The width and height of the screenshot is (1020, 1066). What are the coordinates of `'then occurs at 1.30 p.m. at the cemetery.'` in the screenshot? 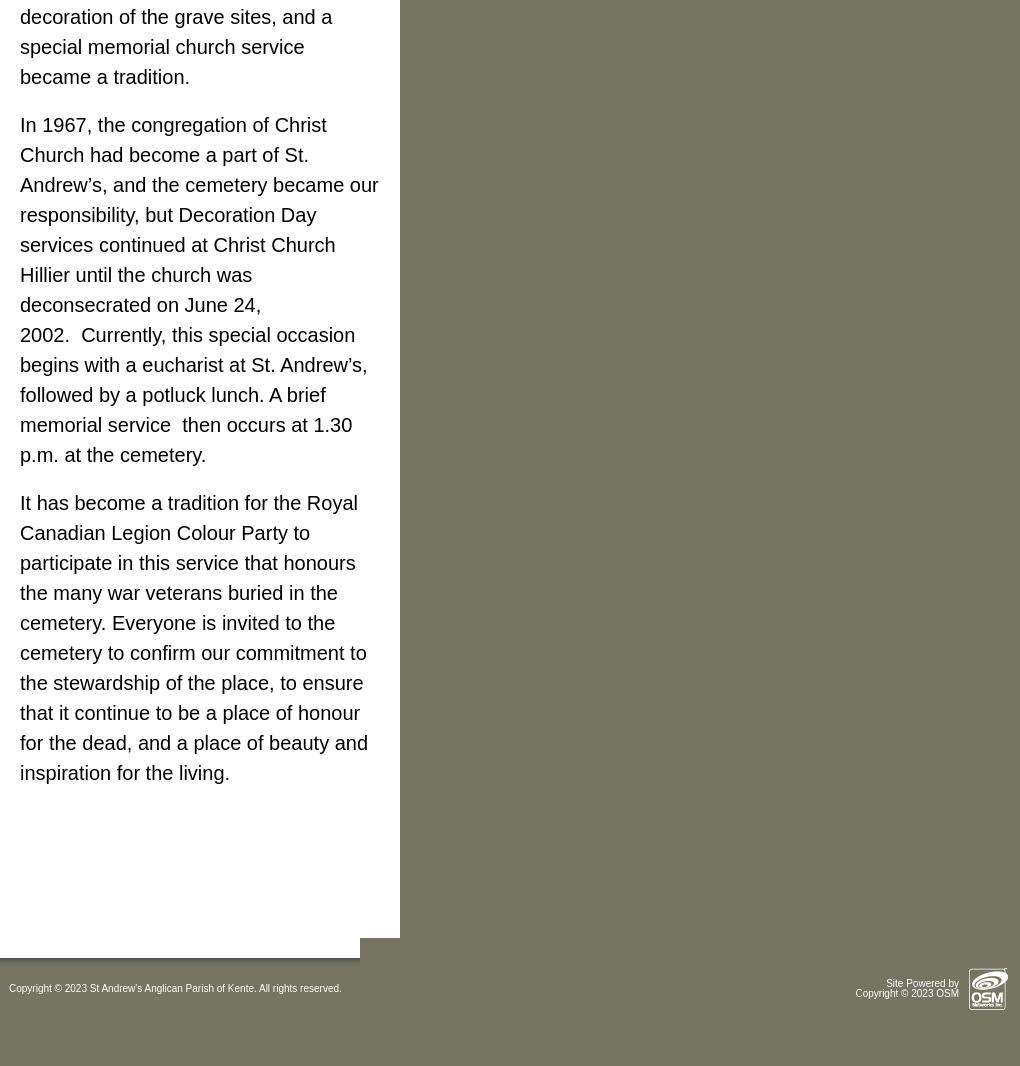 It's located at (185, 440).